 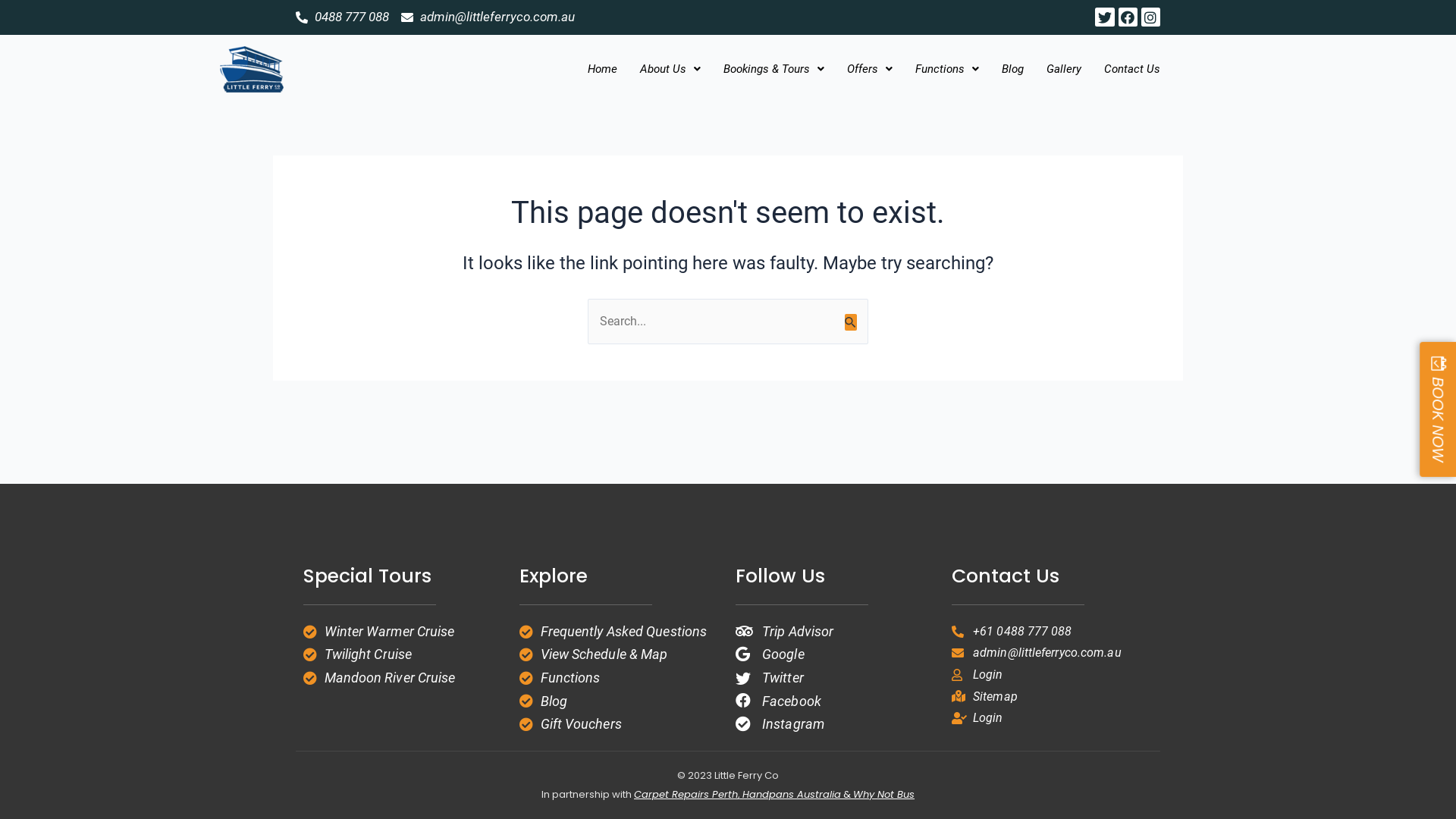 I want to click on 'Instagram', so click(x=835, y=723).